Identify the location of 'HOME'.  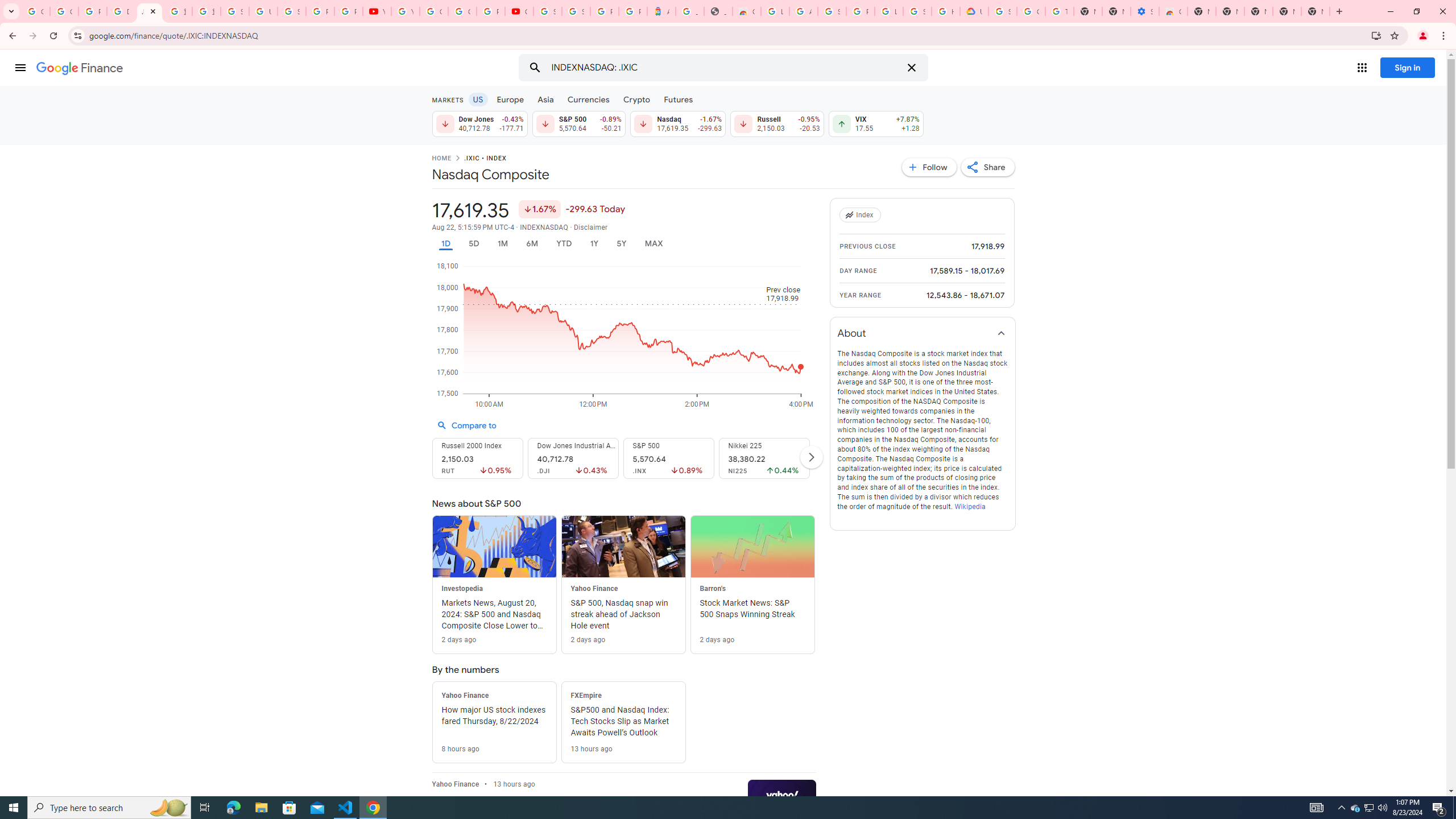
(440, 159).